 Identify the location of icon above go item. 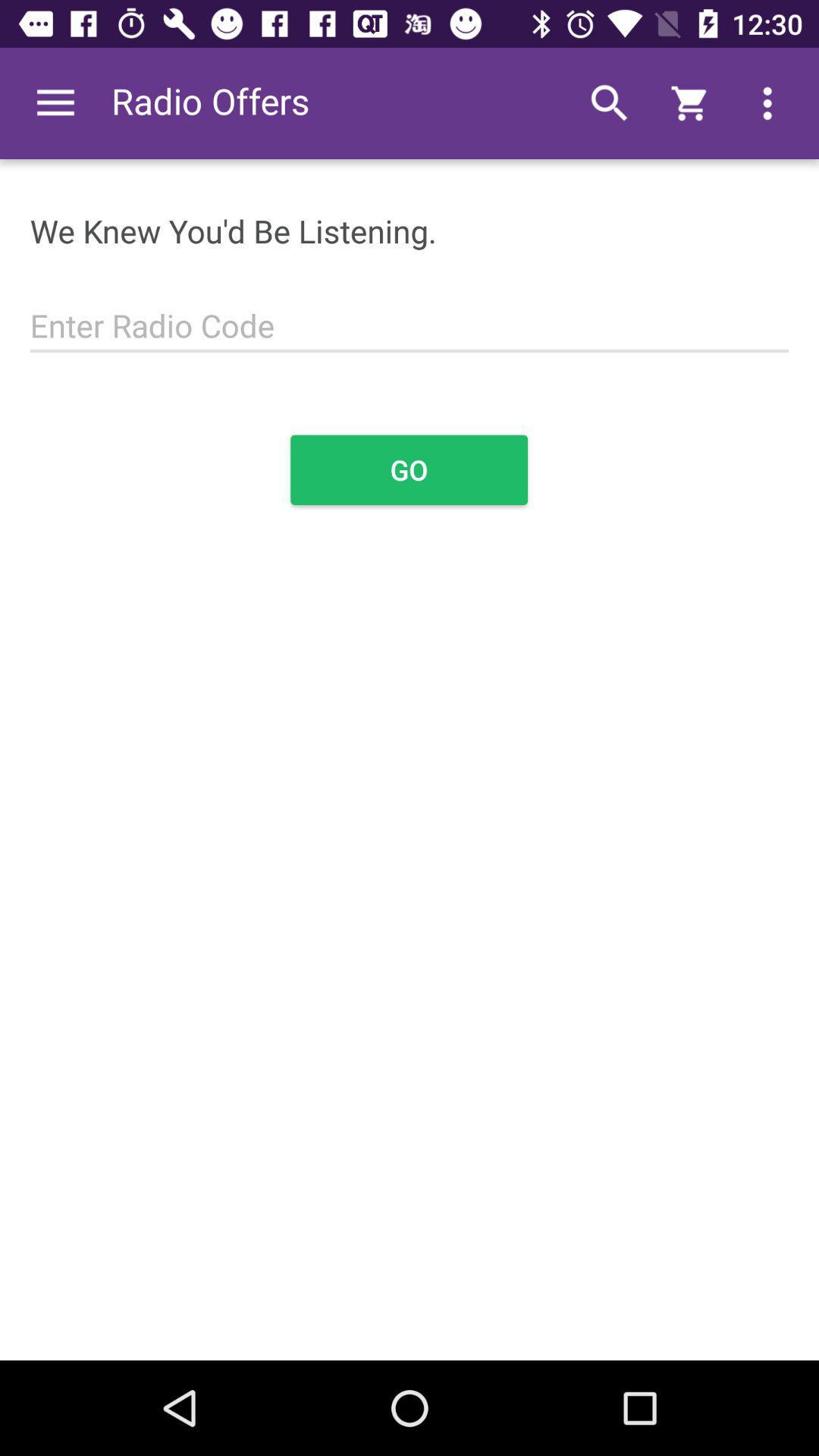
(409, 316).